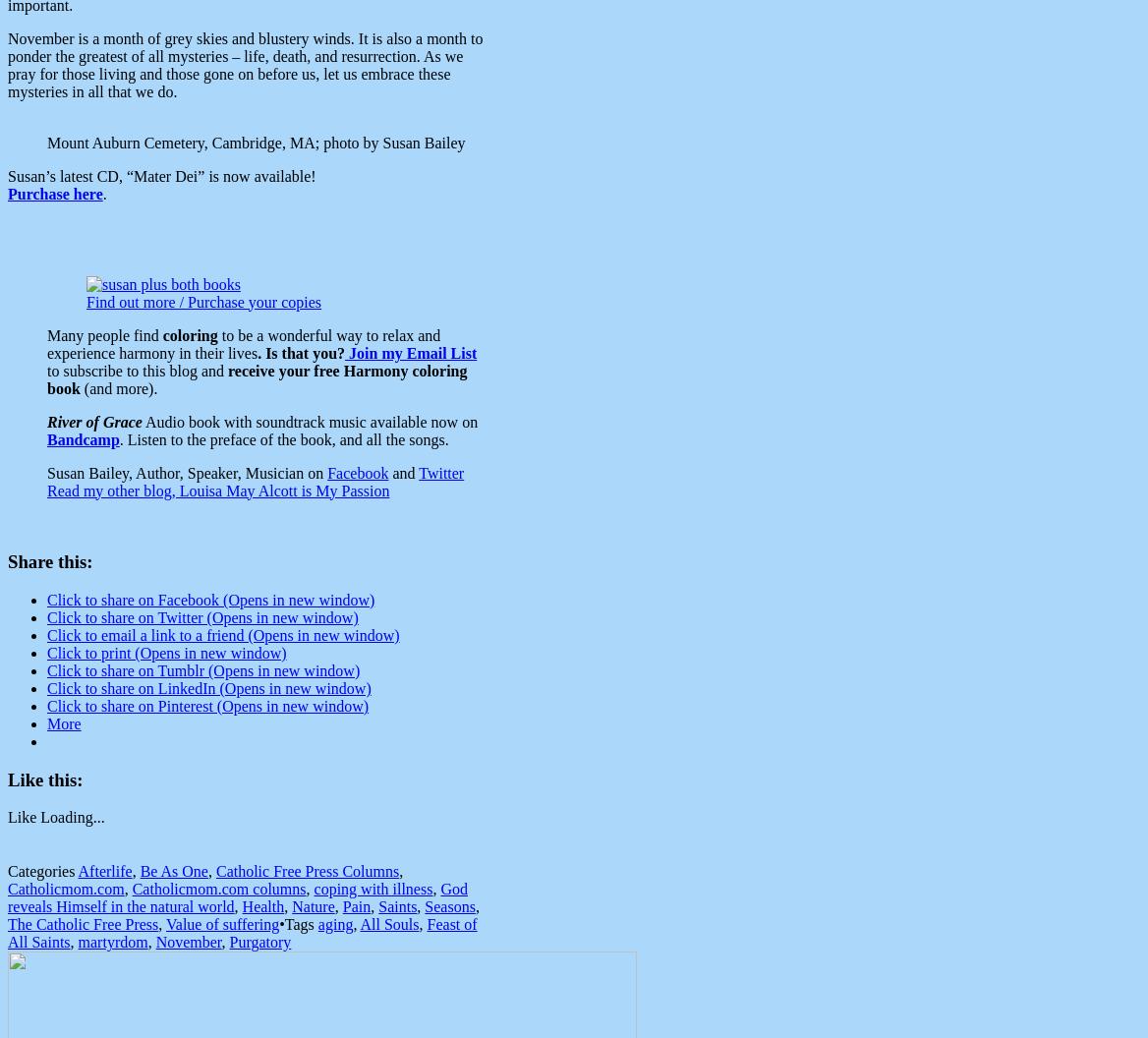 This screenshot has height=1038, width=1148. I want to click on 'Click to print (Opens in new window)', so click(166, 653).